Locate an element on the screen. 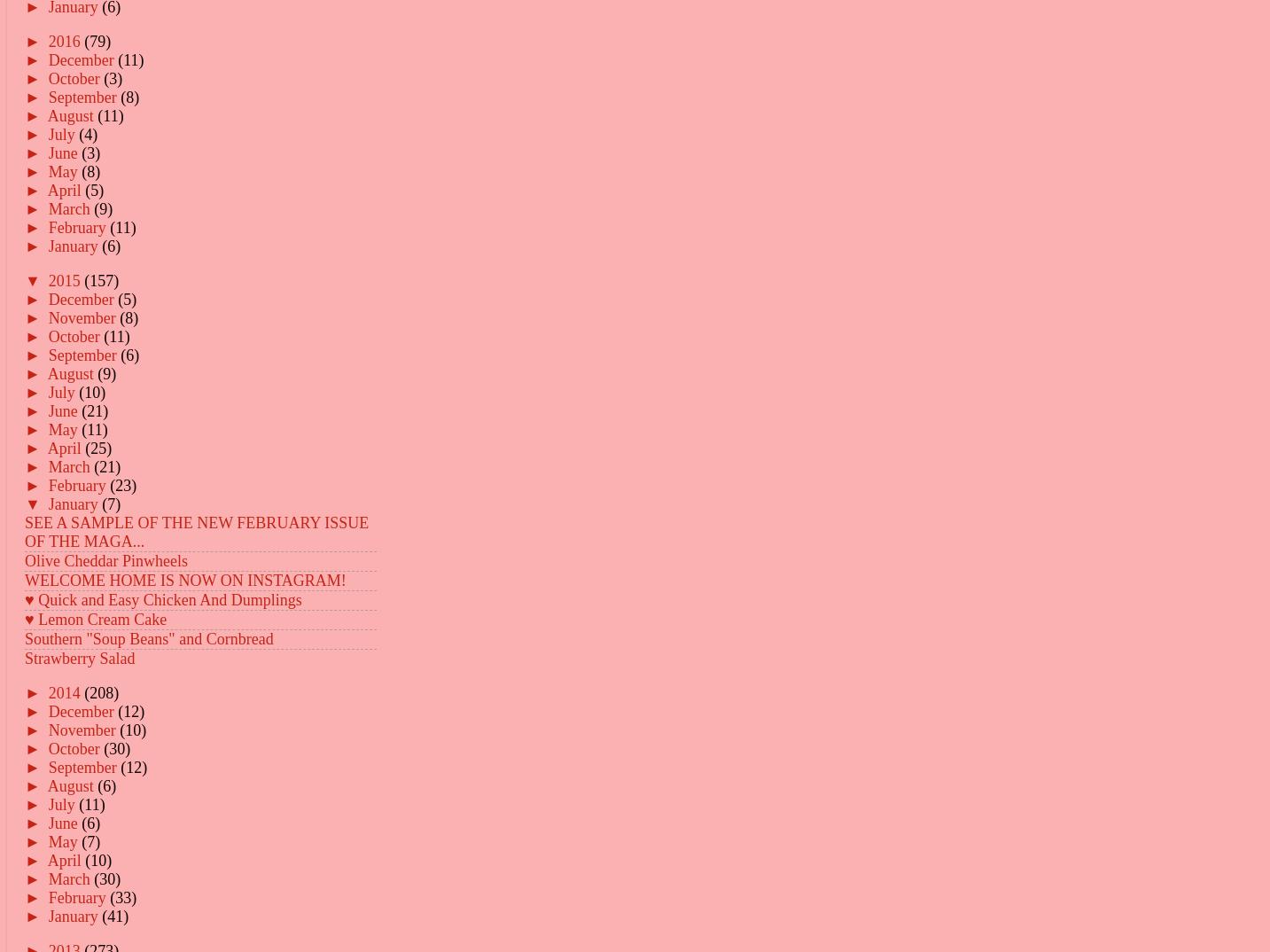  '(157)' is located at coordinates (100, 279).